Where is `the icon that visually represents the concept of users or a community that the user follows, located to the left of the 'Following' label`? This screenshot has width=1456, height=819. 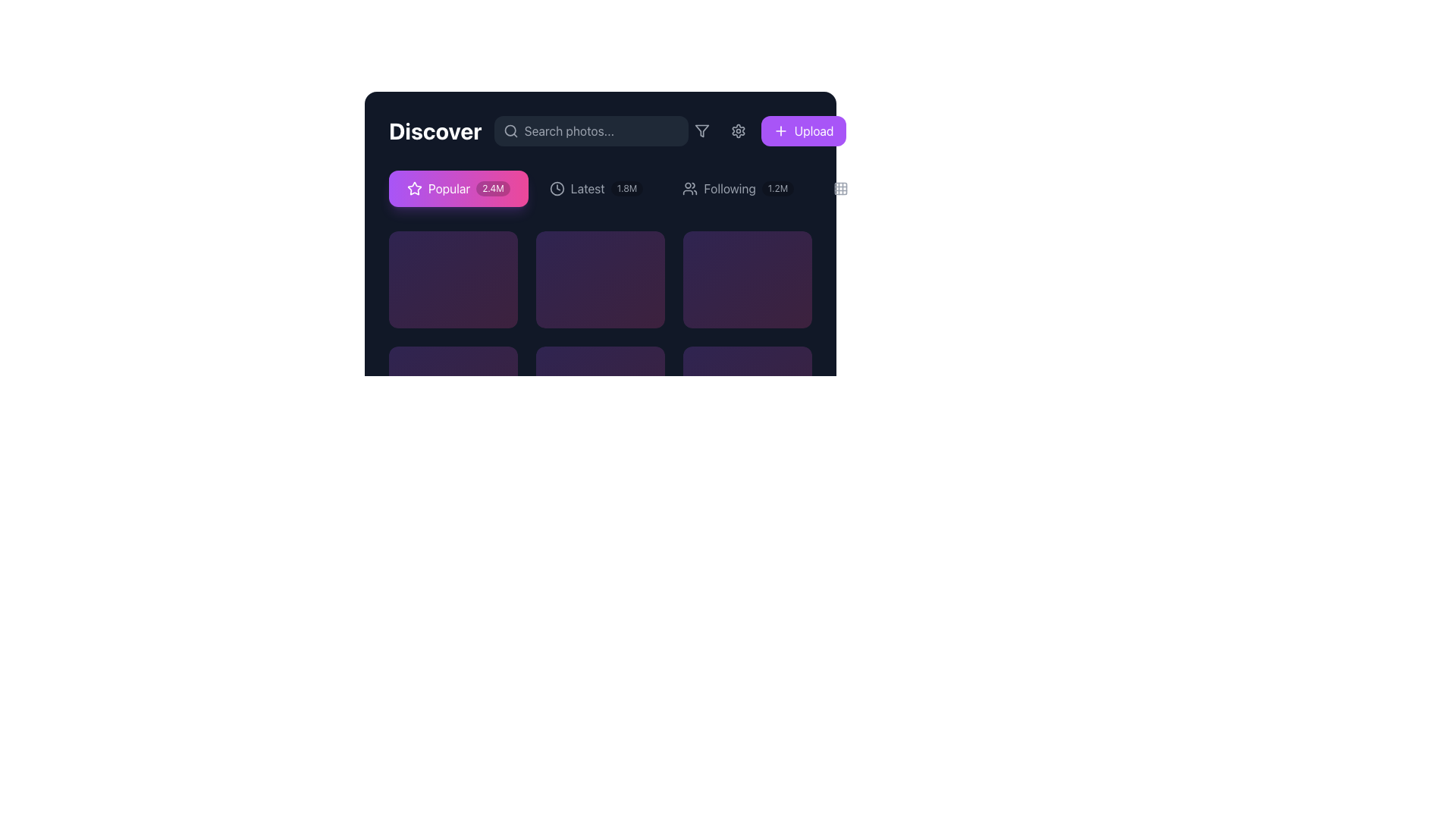 the icon that visually represents the concept of users or a community that the user follows, located to the left of the 'Following' label is located at coordinates (689, 188).